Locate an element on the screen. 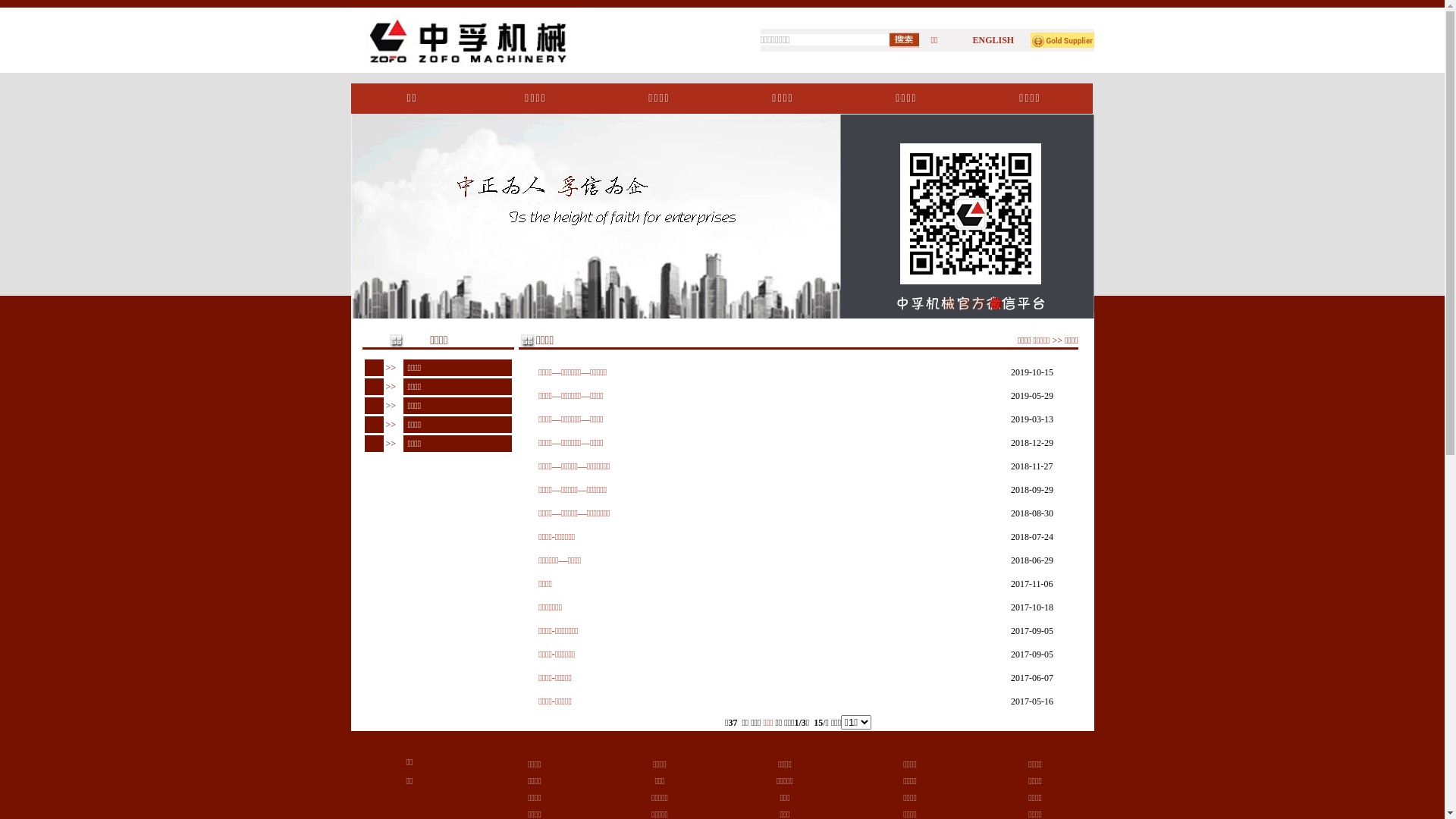 This screenshot has width=1456, height=819. 'ENGLISH' is located at coordinates (971, 39).